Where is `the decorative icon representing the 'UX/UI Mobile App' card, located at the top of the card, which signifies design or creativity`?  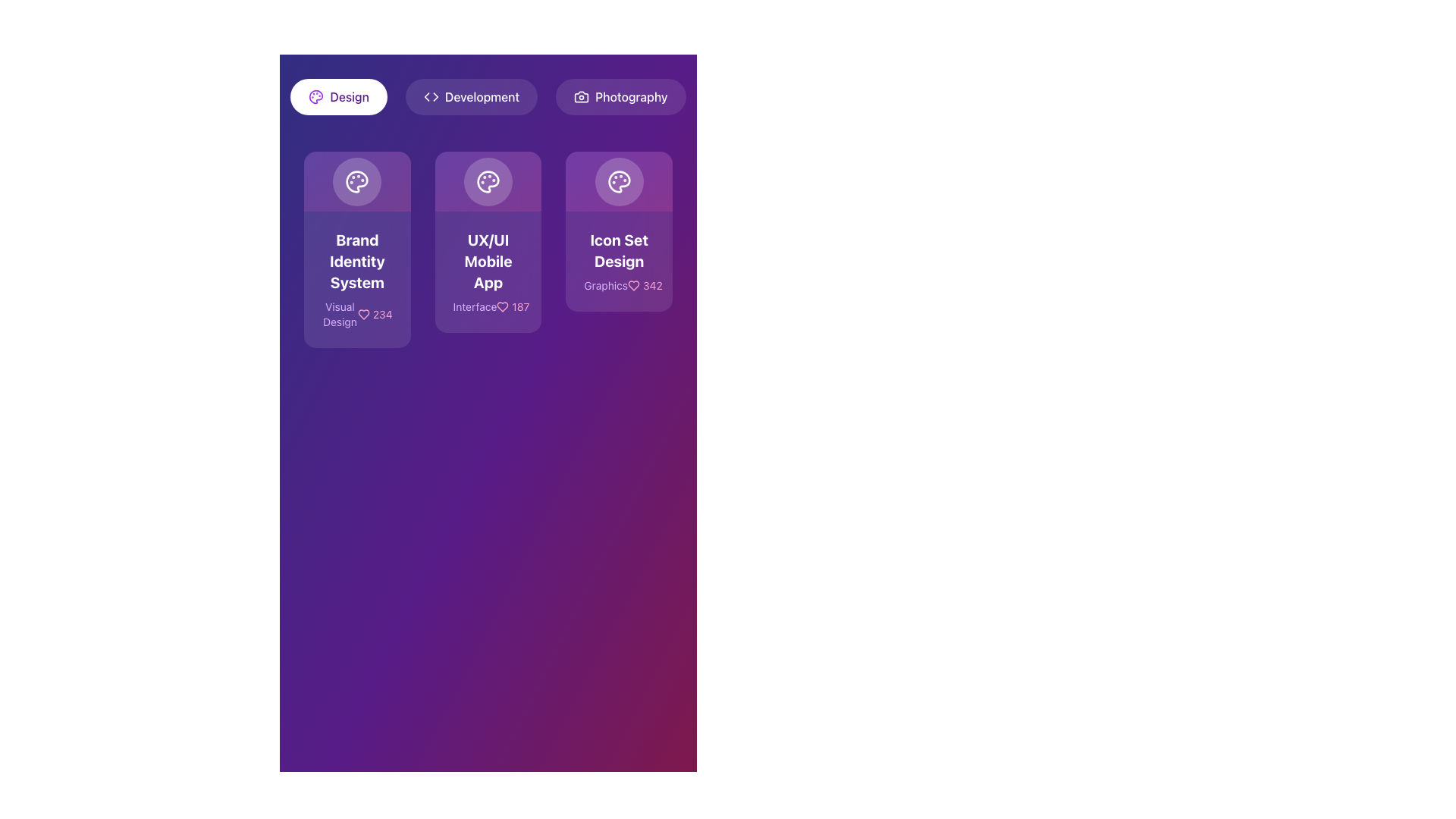
the decorative icon representing the 'UX/UI Mobile App' card, located at the top of the card, which signifies design or creativity is located at coordinates (488, 180).